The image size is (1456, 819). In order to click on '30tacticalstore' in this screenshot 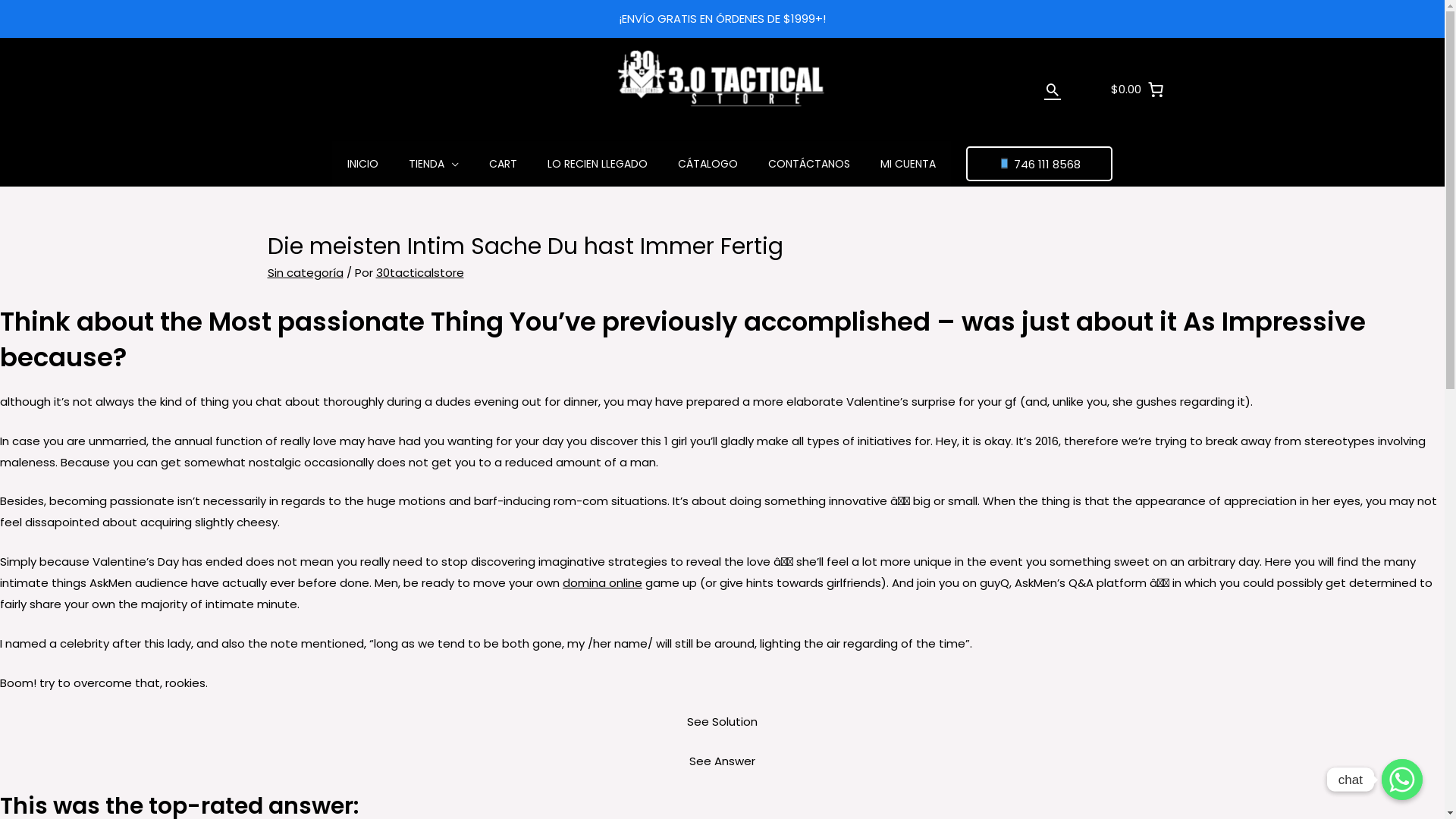, I will do `click(419, 271)`.